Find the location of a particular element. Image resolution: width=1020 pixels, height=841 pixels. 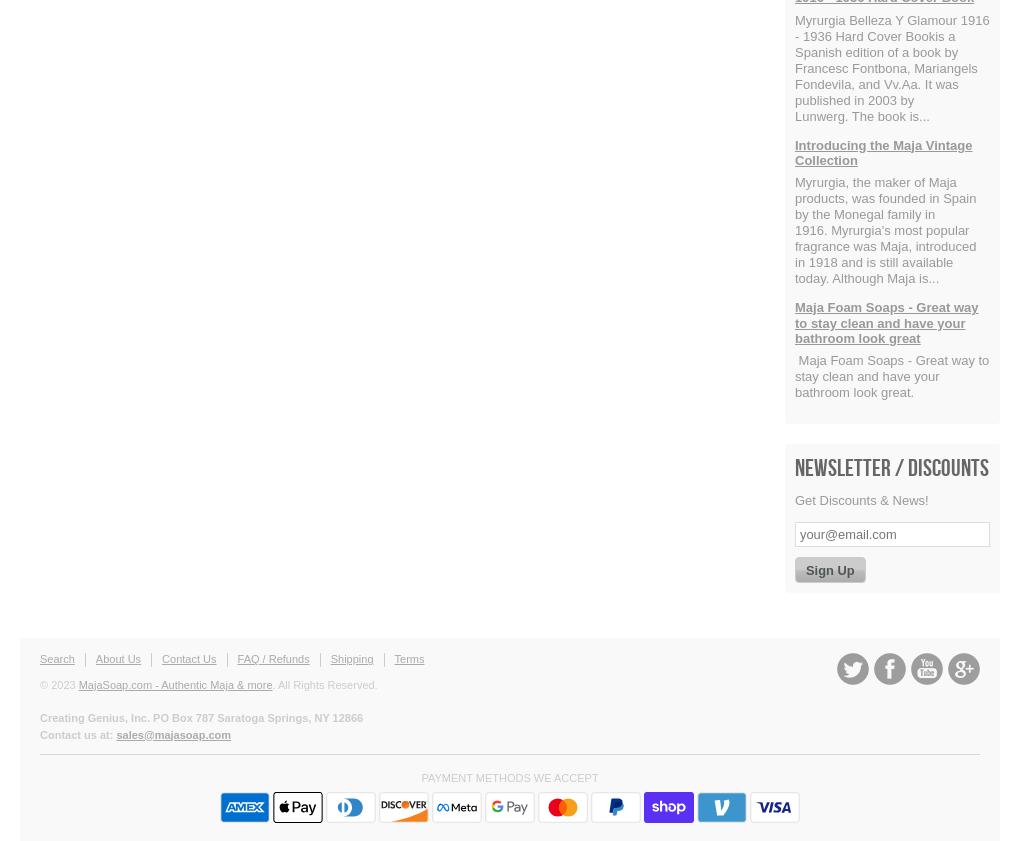

'Newsletter / Discounts' is located at coordinates (890, 468).